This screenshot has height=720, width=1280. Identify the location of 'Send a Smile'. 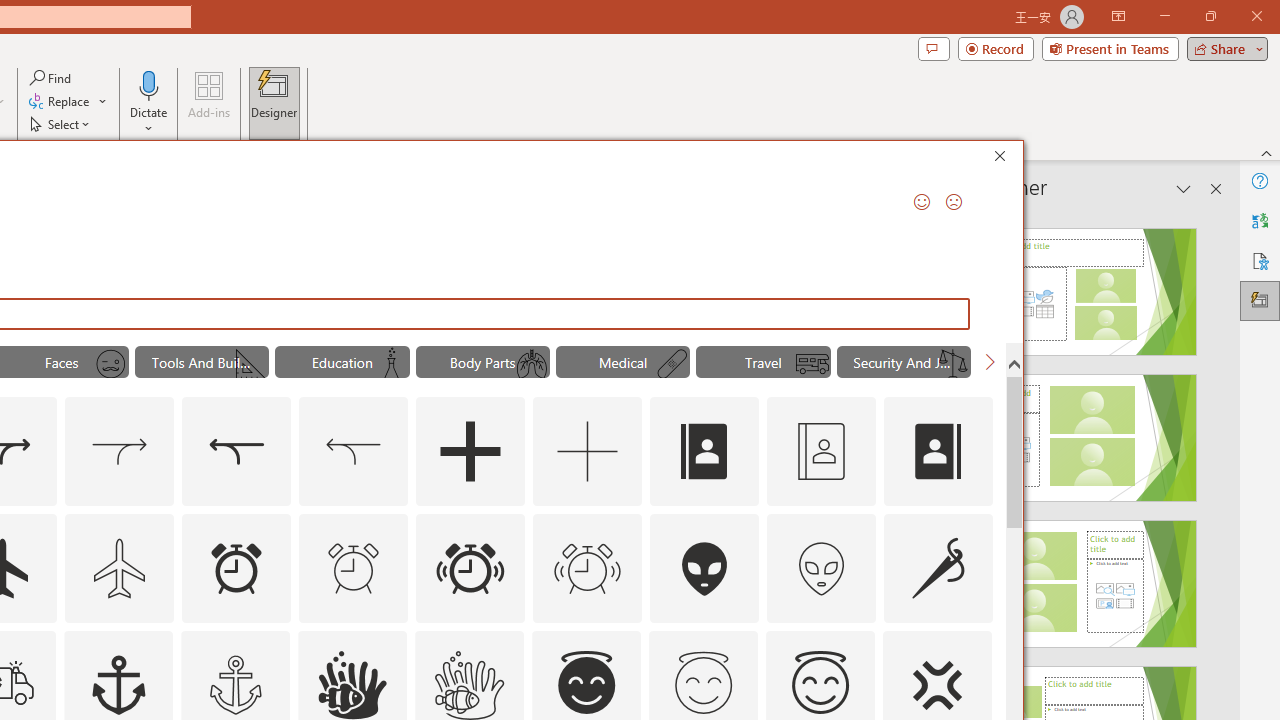
(921, 201).